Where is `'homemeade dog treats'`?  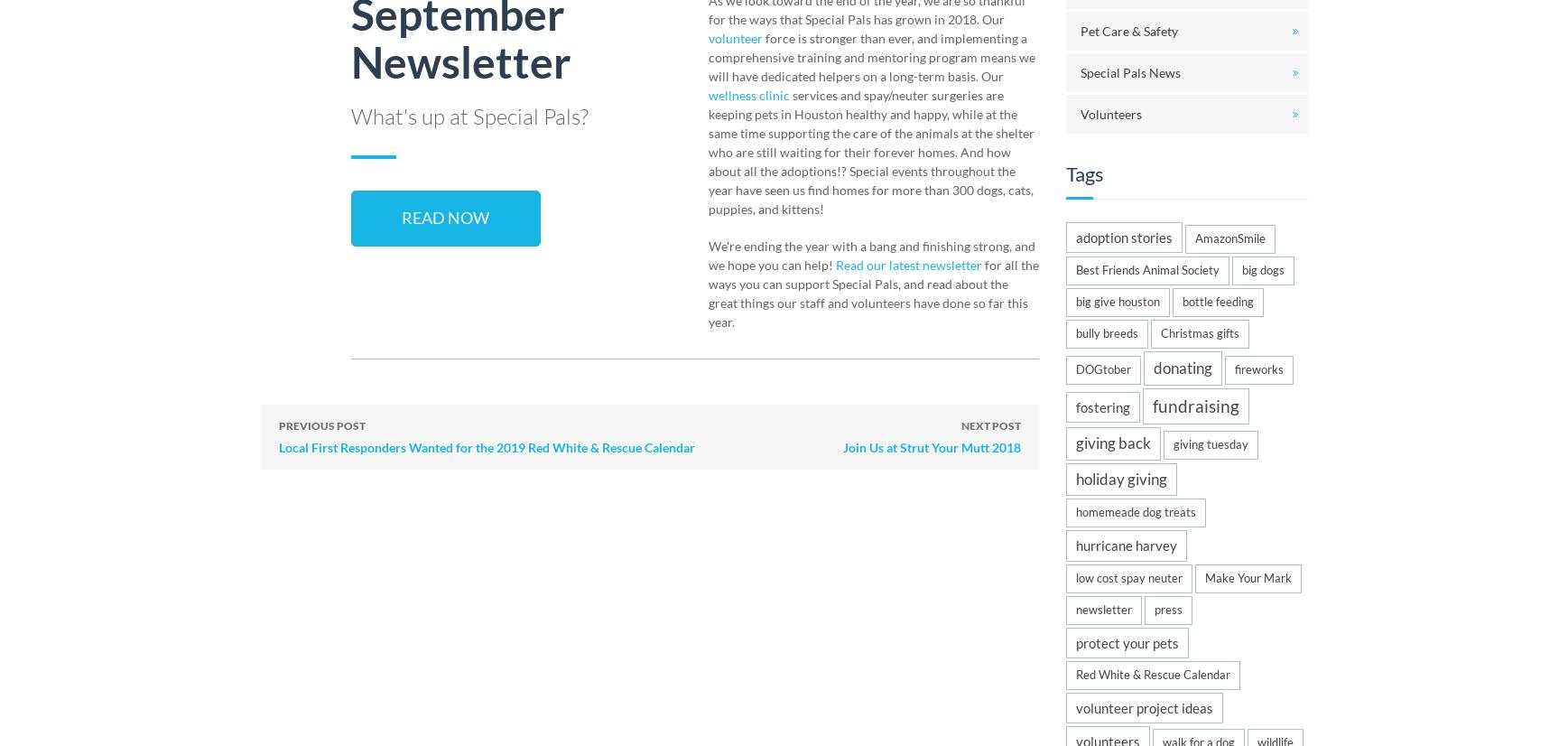 'homemeade dog treats' is located at coordinates (1136, 510).